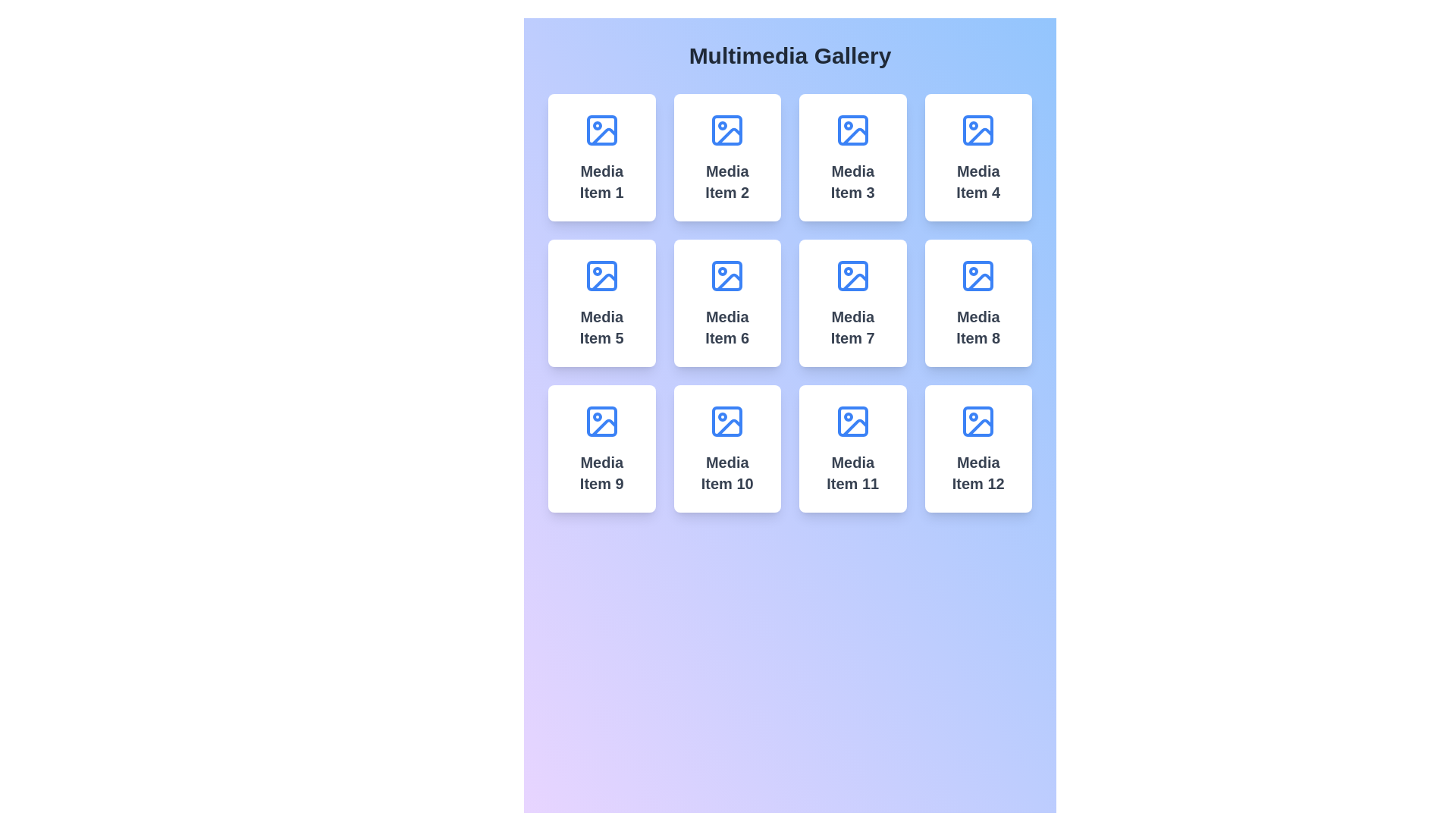 The image size is (1456, 819). I want to click on the blue square-shaped decorative graphical component with rounded corners, located in the upper-left corner of the media placeholder icon of the card labeled 'Media Item 2' in the multimedia gallery, so click(726, 130).